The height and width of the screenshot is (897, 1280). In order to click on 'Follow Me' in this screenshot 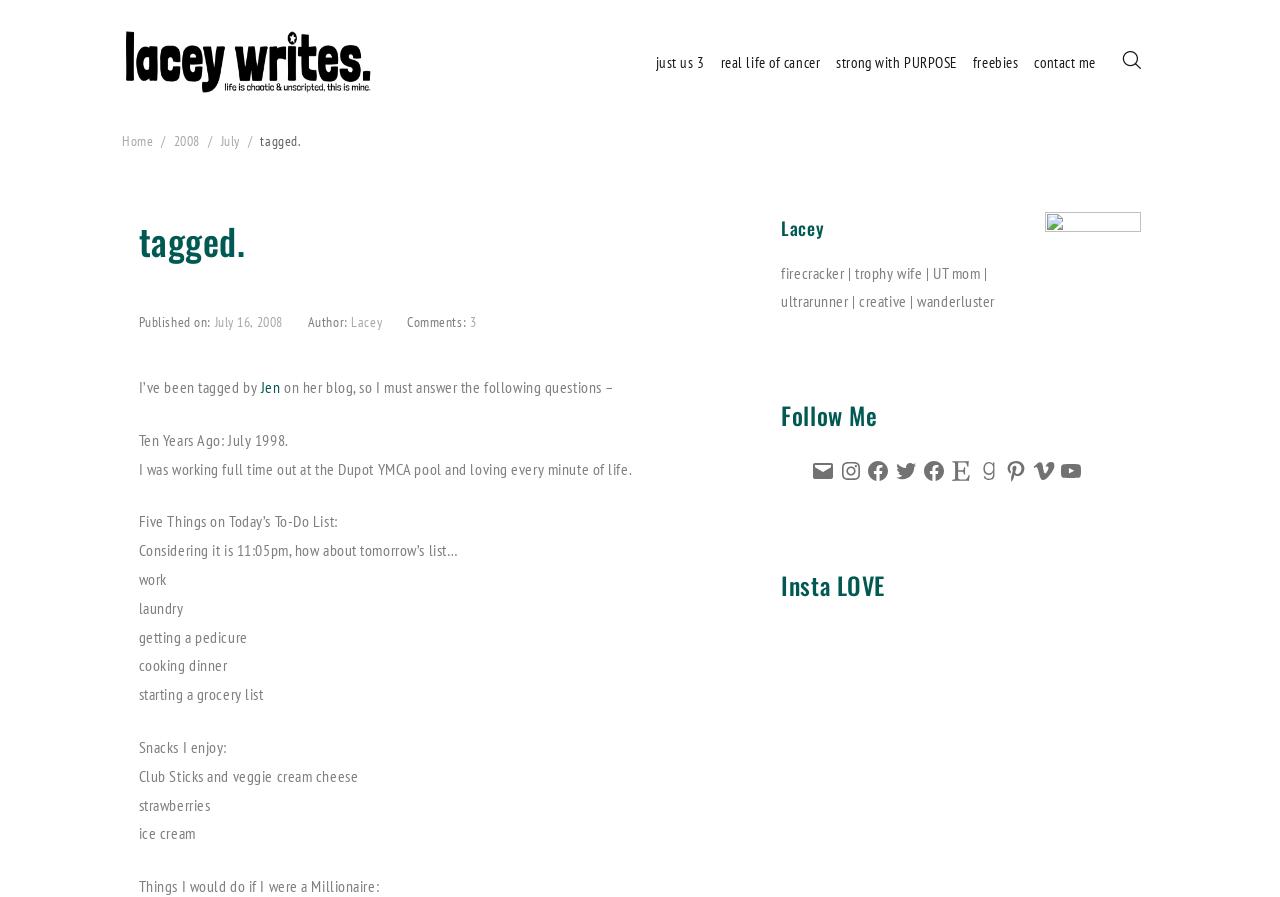, I will do `click(780, 414)`.